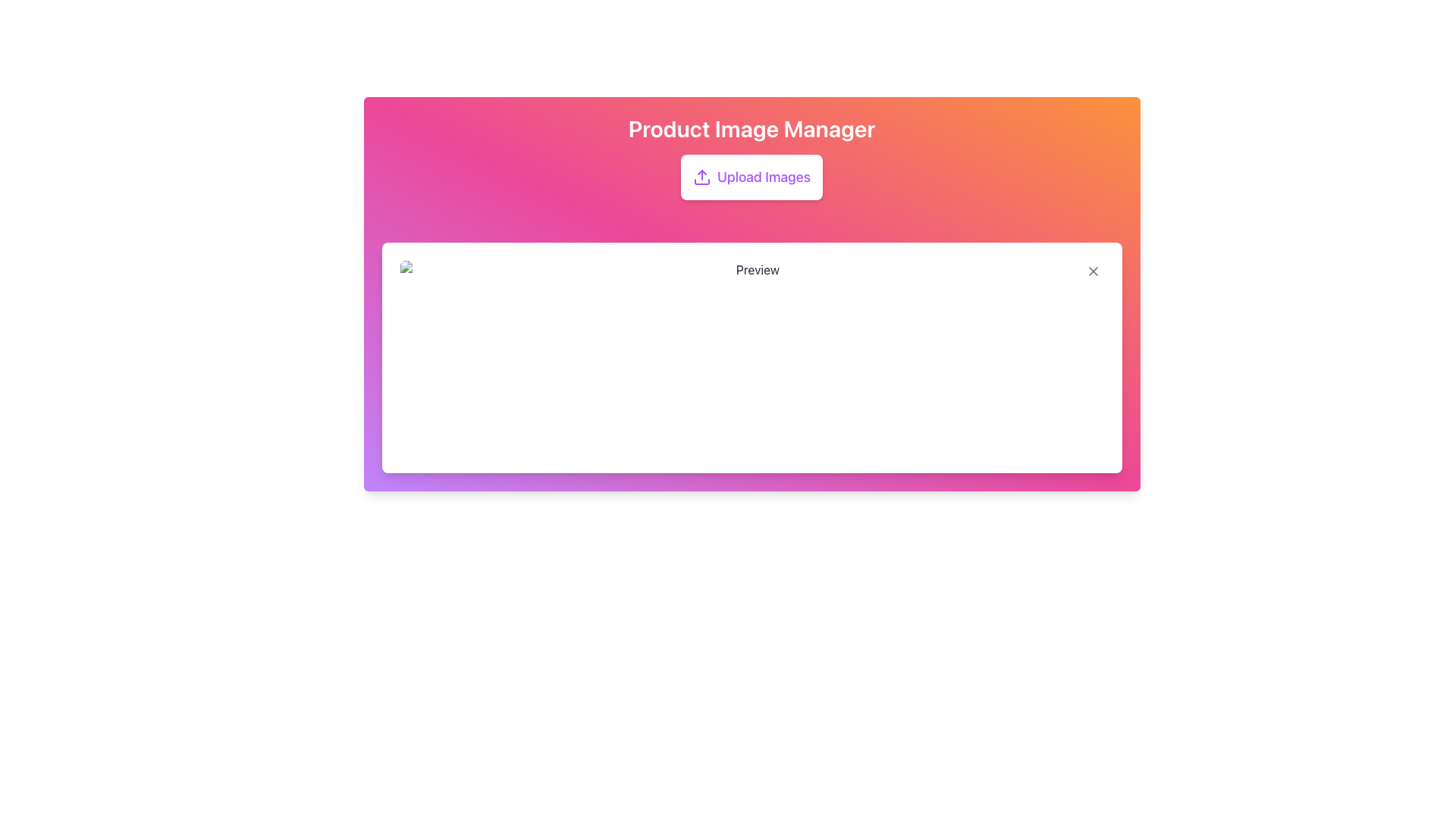 This screenshot has height=819, width=1456. What do you see at coordinates (1093, 271) in the screenshot?
I see `the Close icon located at the top-right corner of the preview box to observe possible visual feedback` at bounding box center [1093, 271].